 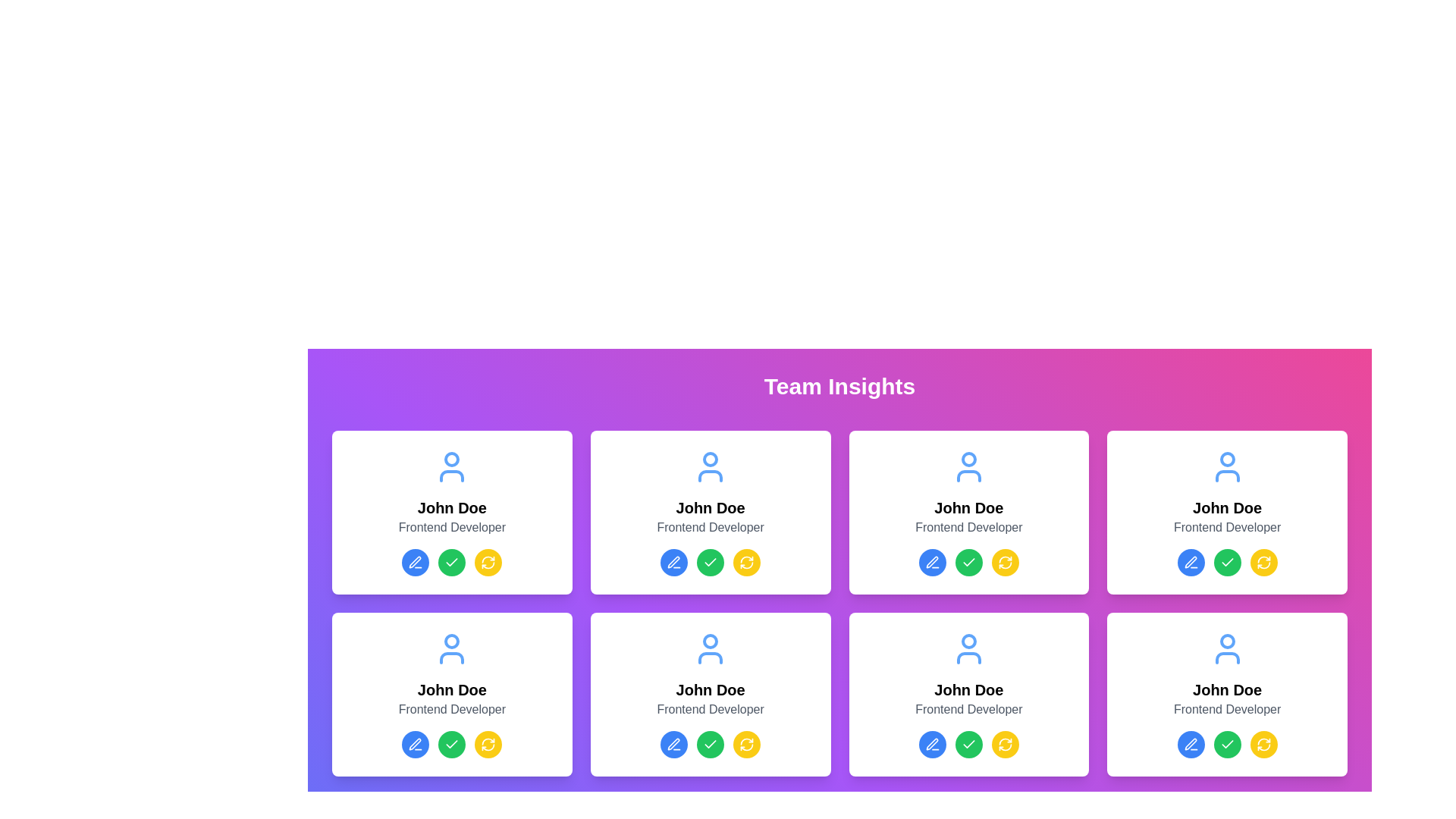 What do you see at coordinates (1190, 562) in the screenshot?
I see `the pen icon within the circular button, which has a blue background and is located at the bottom of the user card in the second column of the first row of a 3x4 grid layout` at bounding box center [1190, 562].